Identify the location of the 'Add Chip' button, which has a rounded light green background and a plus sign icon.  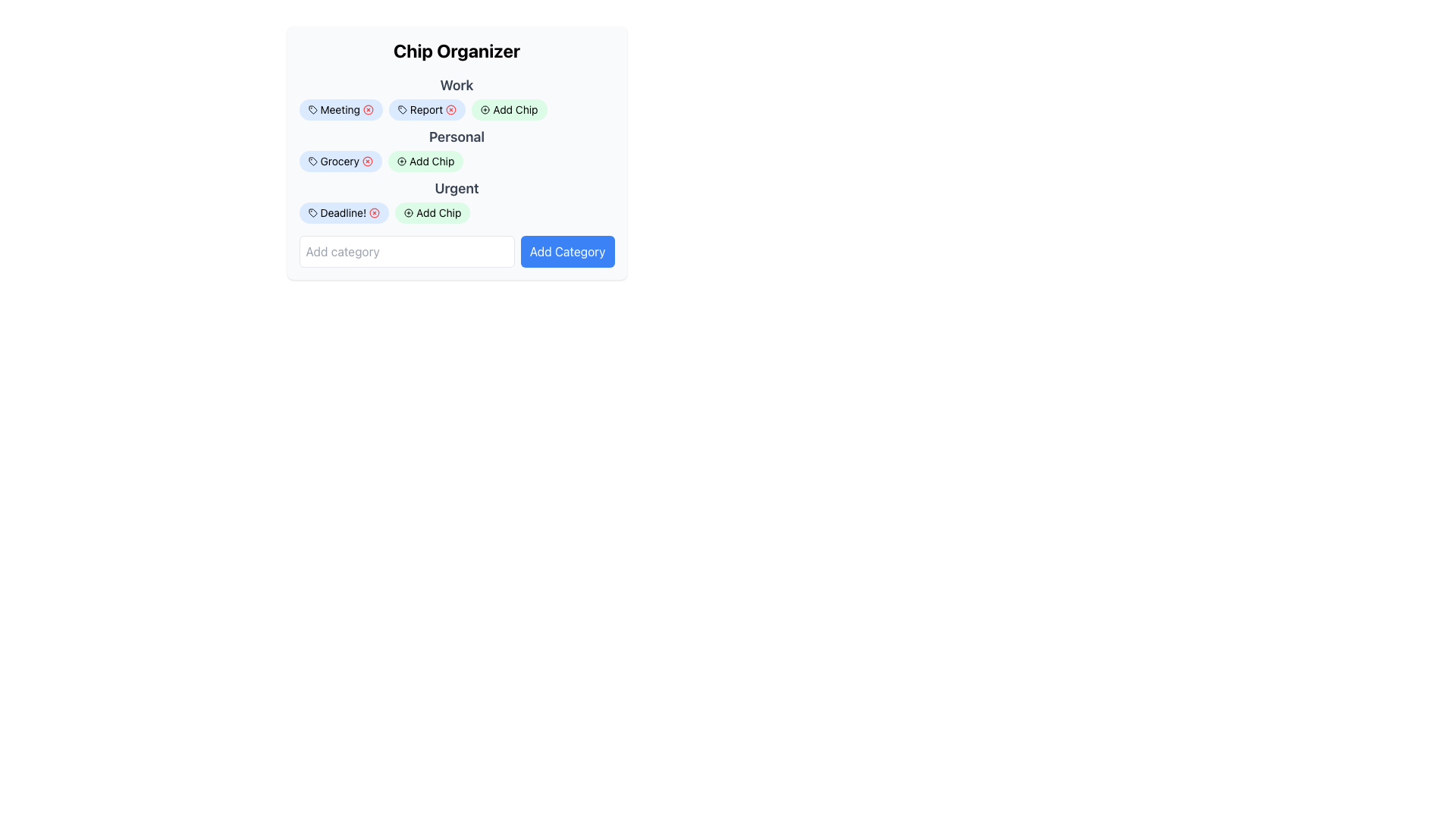
(510, 109).